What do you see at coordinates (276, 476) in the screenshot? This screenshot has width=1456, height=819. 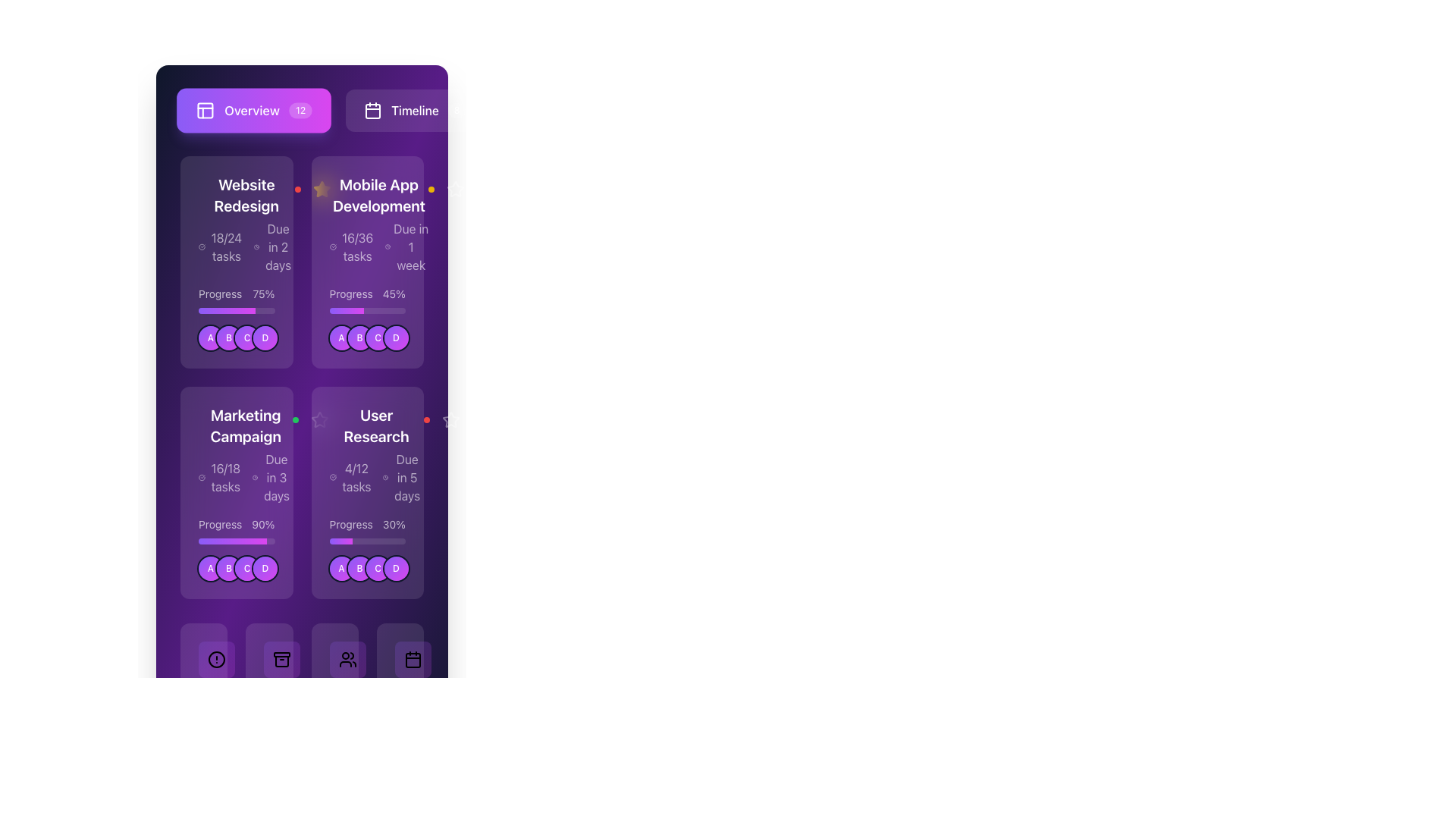 I see `the status indicator text element that informs the user about the task due in 3 days, located in the lower center of the 'Marketing Campaign' card, next to the clock icon` at bounding box center [276, 476].